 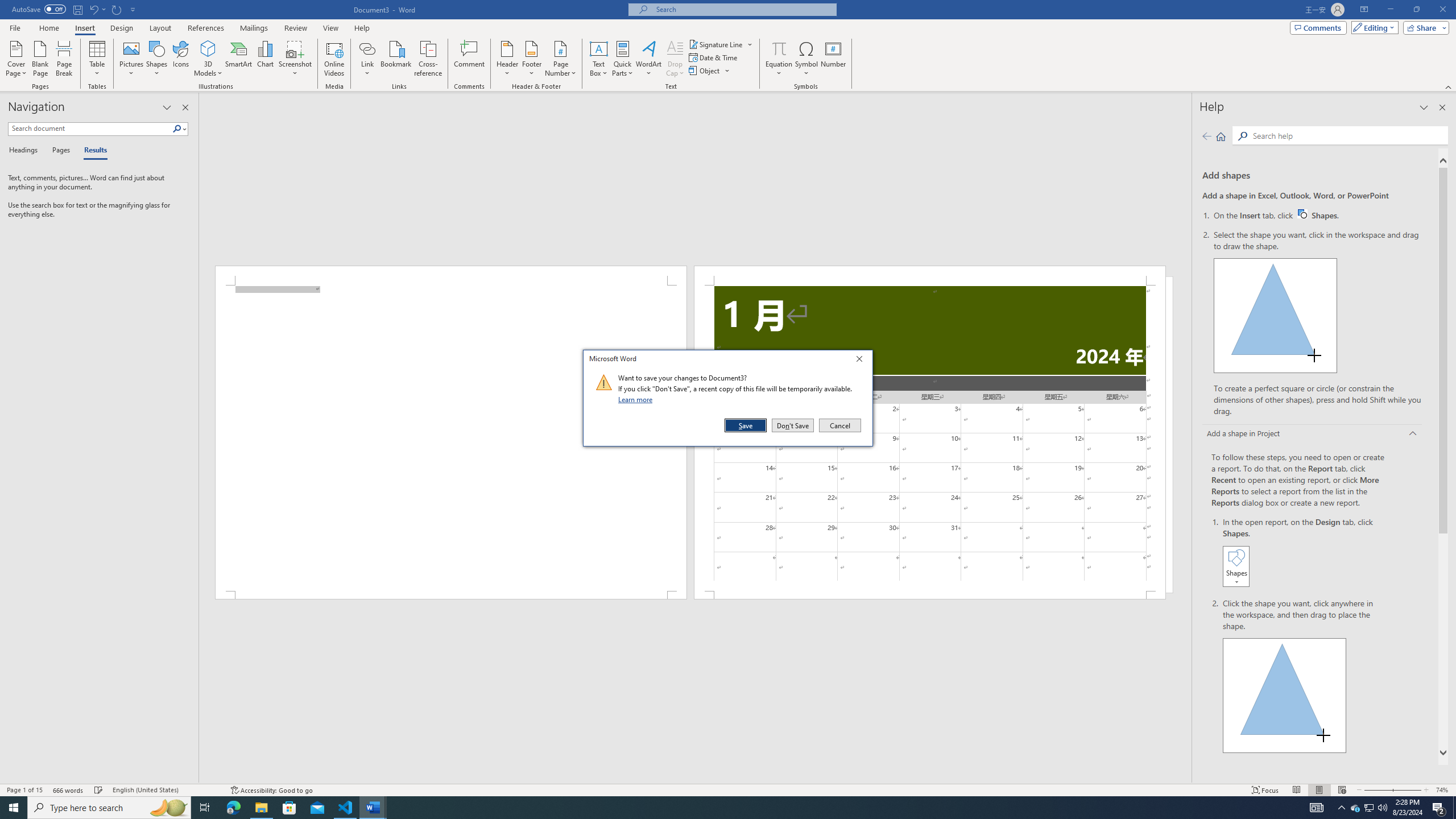 What do you see at coordinates (265, 59) in the screenshot?
I see `'Chart...'` at bounding box center [265, 59].